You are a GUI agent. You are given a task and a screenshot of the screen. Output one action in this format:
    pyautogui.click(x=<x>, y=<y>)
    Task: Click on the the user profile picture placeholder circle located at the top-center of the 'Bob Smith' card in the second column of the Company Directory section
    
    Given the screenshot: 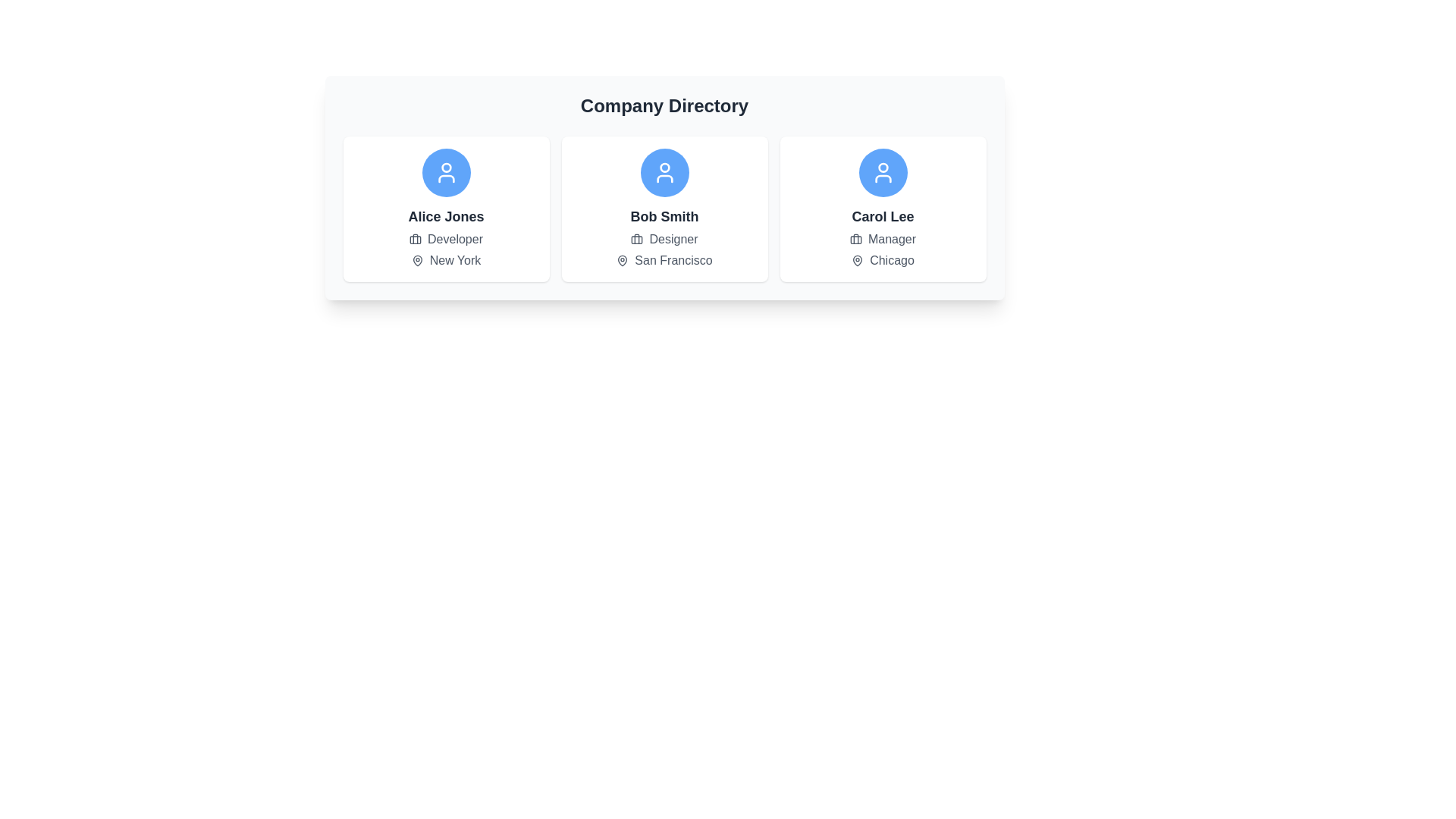 What is the action you would take?
    pyautogui.click(x=664, y=168)
    